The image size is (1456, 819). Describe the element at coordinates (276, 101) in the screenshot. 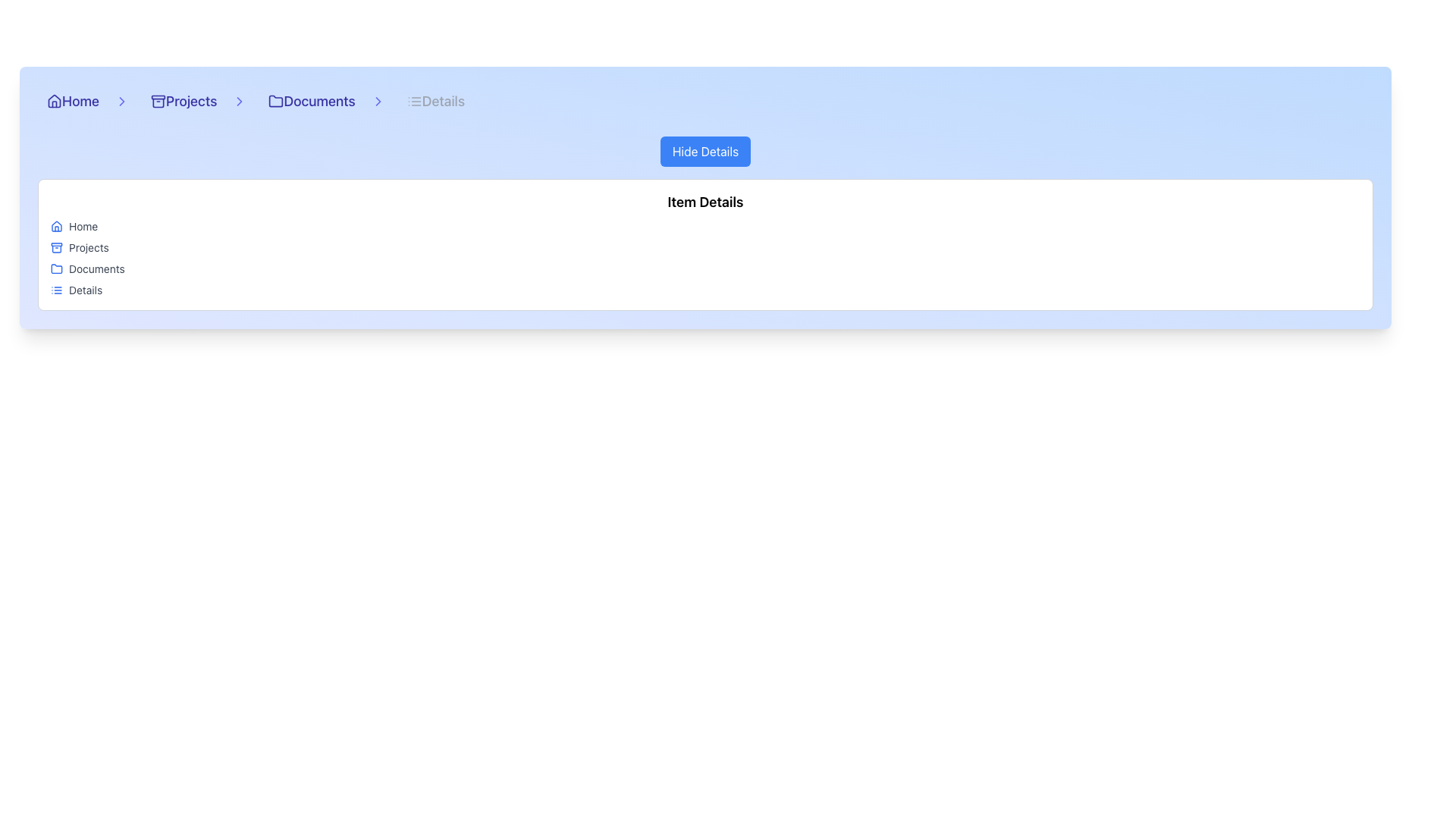

I see `the yellowish folder icon in the breadcrumb navigation bar that represents the 'Documents' segment, positioned between 'Projects' and 'Details'` at that location.